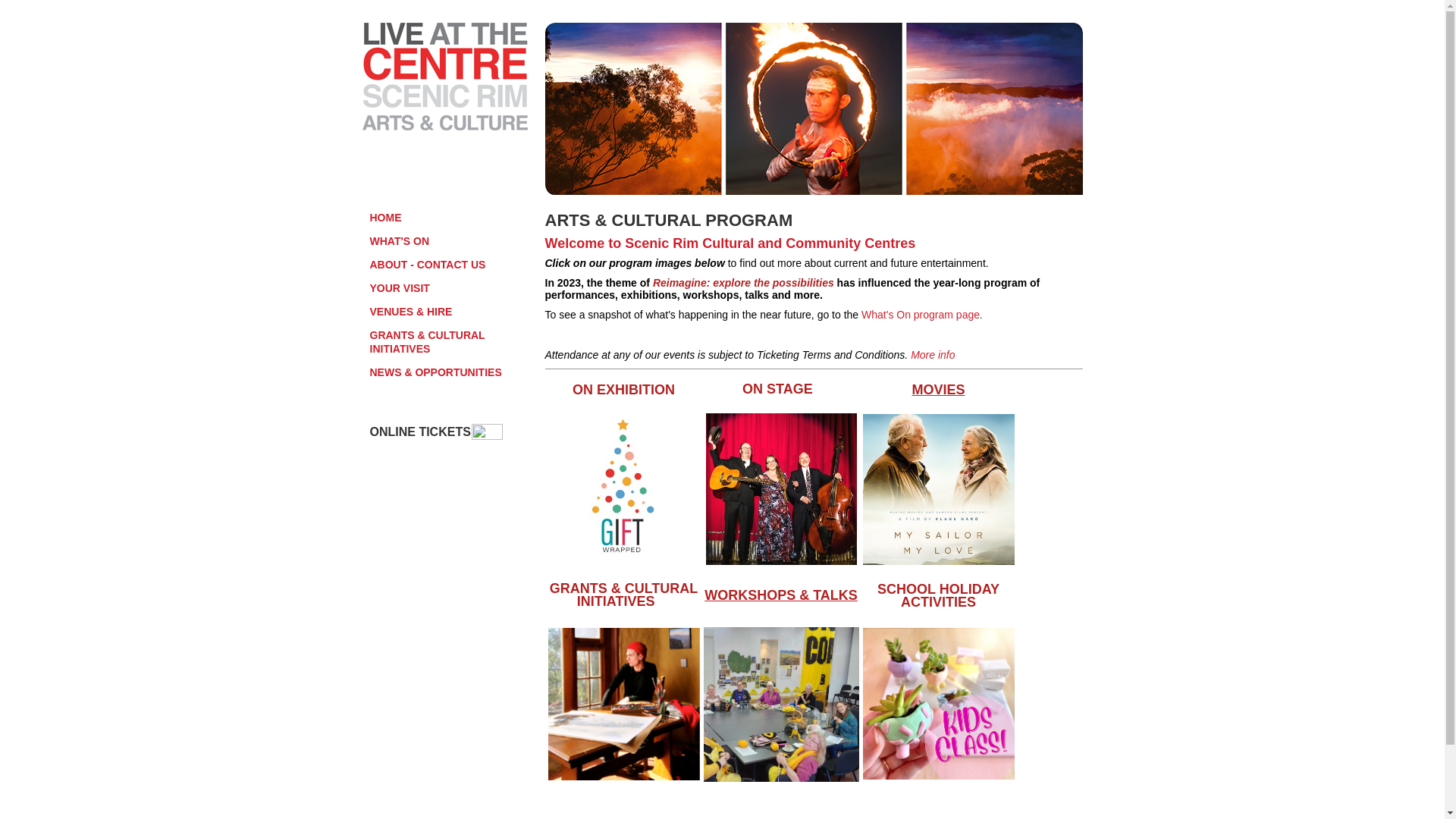  I want to click on 'MOVIES', so click(937, 391).